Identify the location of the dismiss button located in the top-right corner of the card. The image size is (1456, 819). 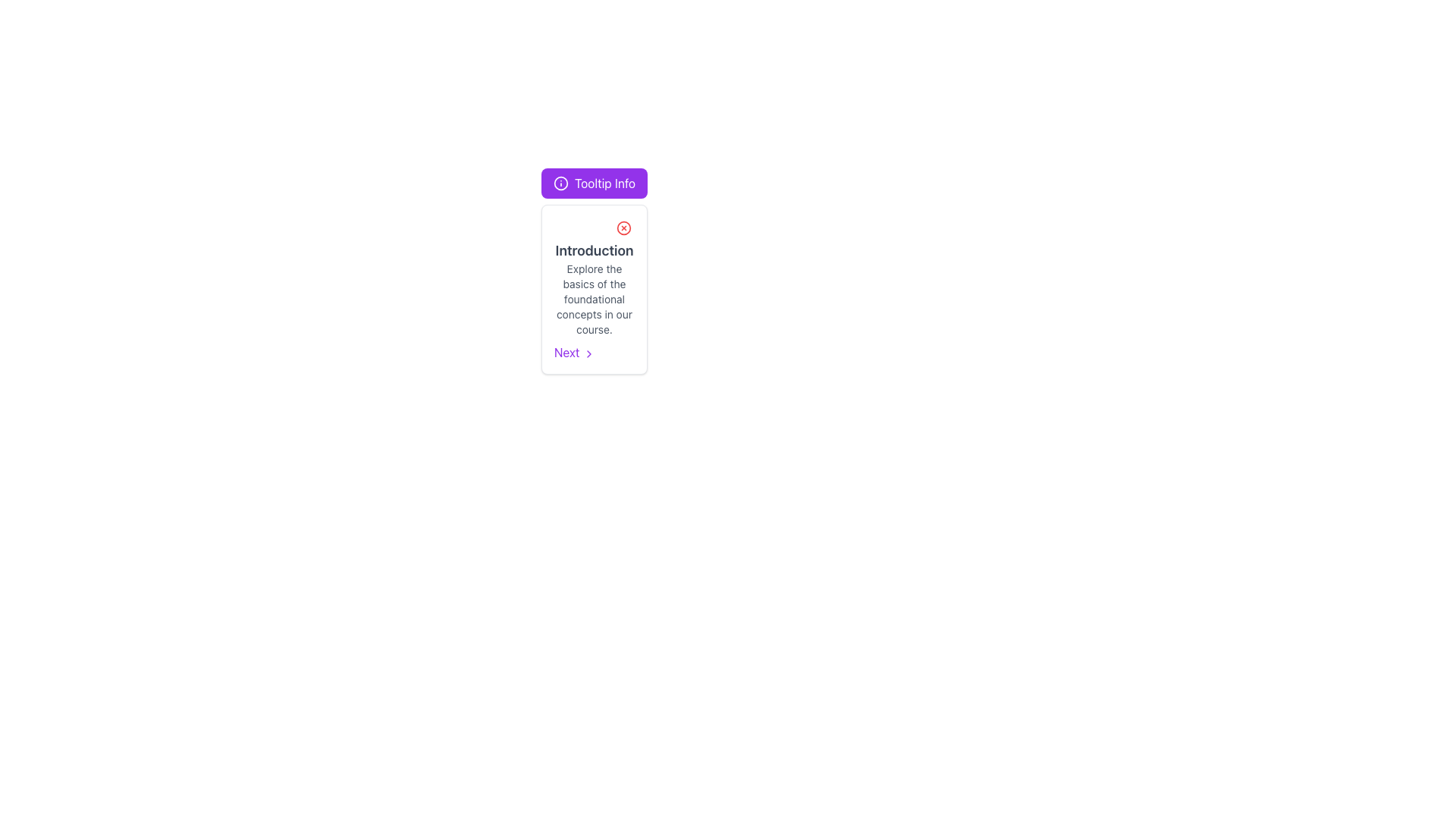
(624, 227).